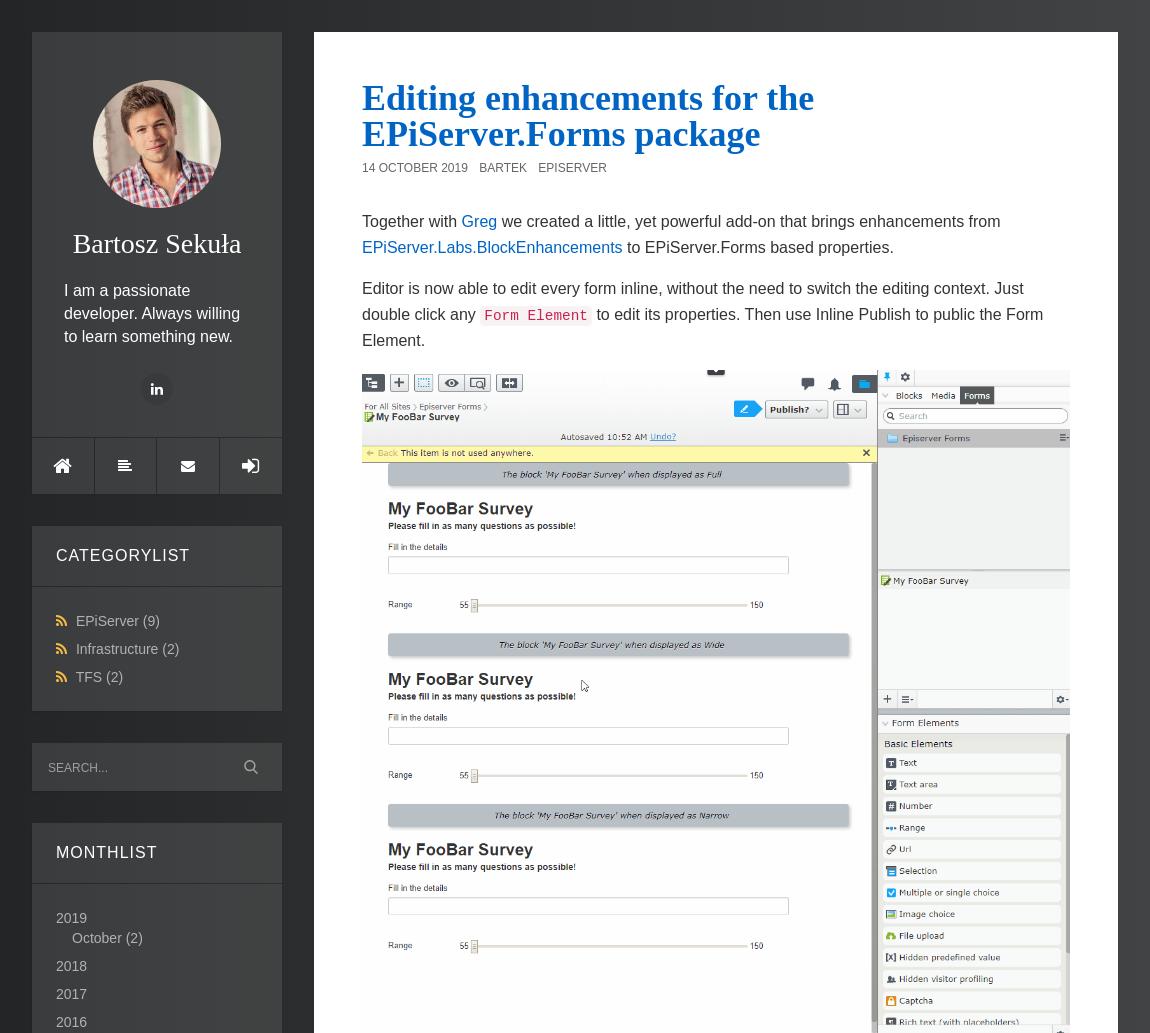 This screenshot has height=1033, width=1150. I want to click on 'Bartek', so click(502, 167).